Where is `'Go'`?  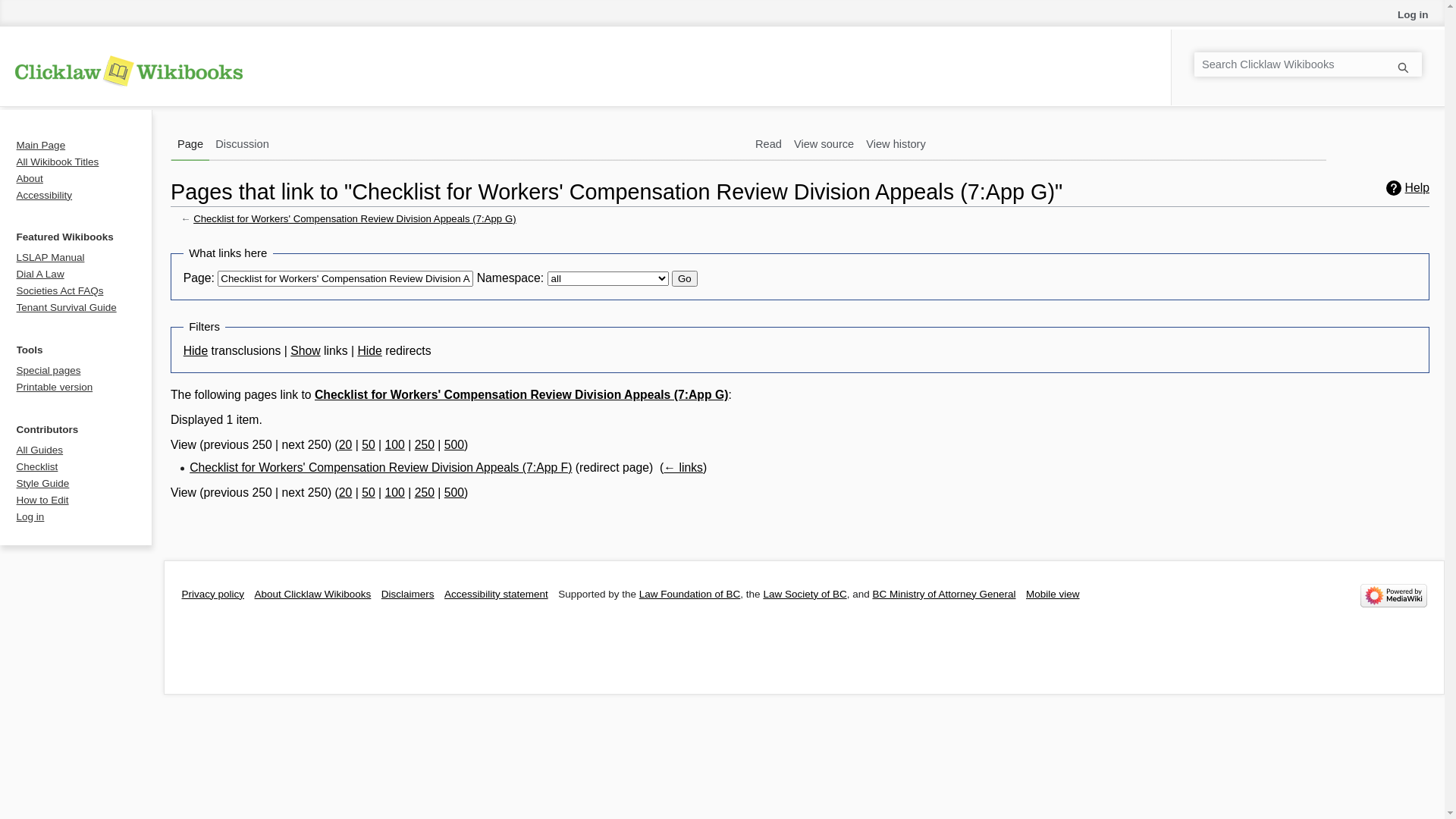
'Go' is located at coordinates (671, 278).